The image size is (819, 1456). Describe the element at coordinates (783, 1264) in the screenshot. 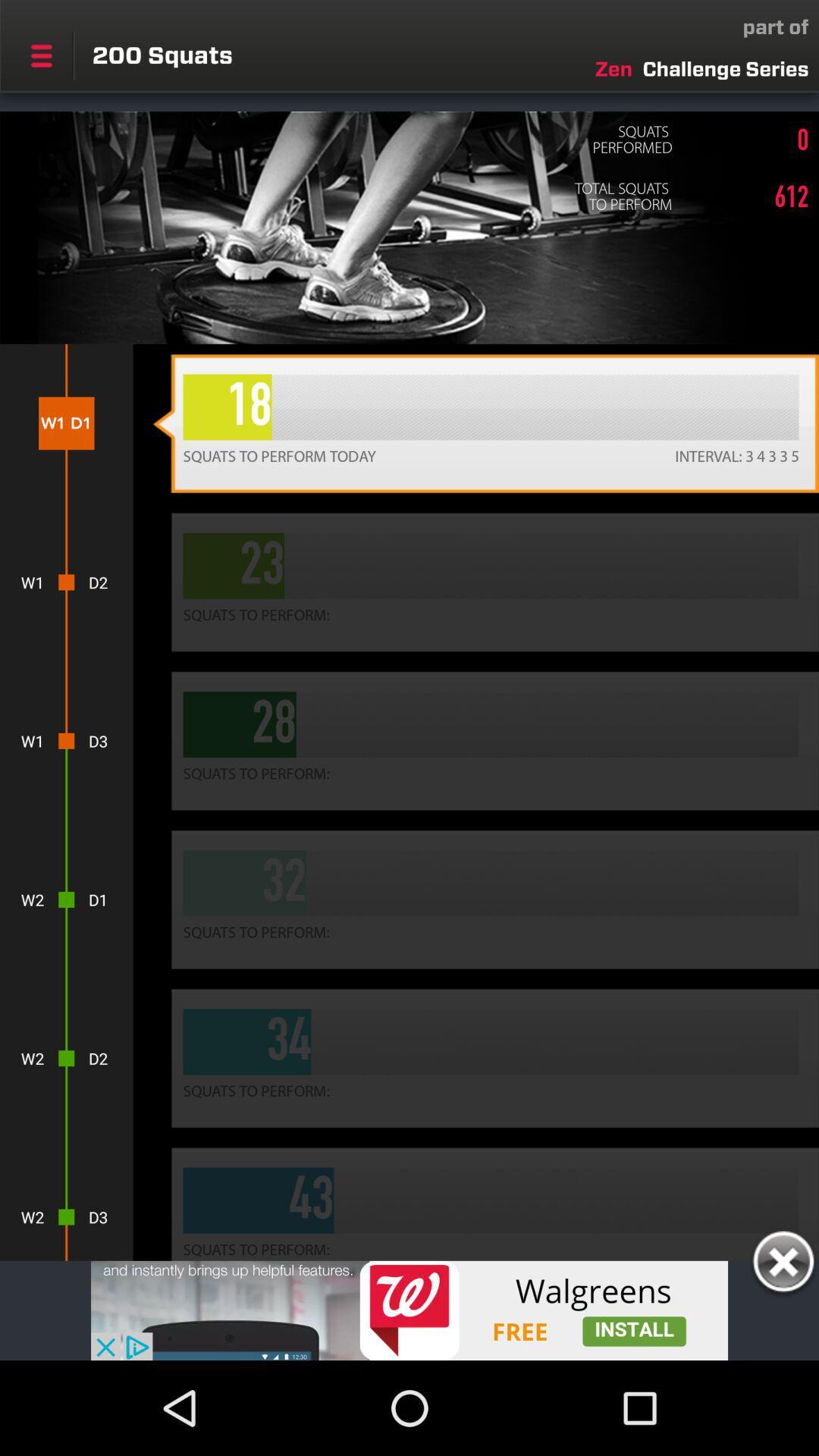

I see `the close icon` at that location.